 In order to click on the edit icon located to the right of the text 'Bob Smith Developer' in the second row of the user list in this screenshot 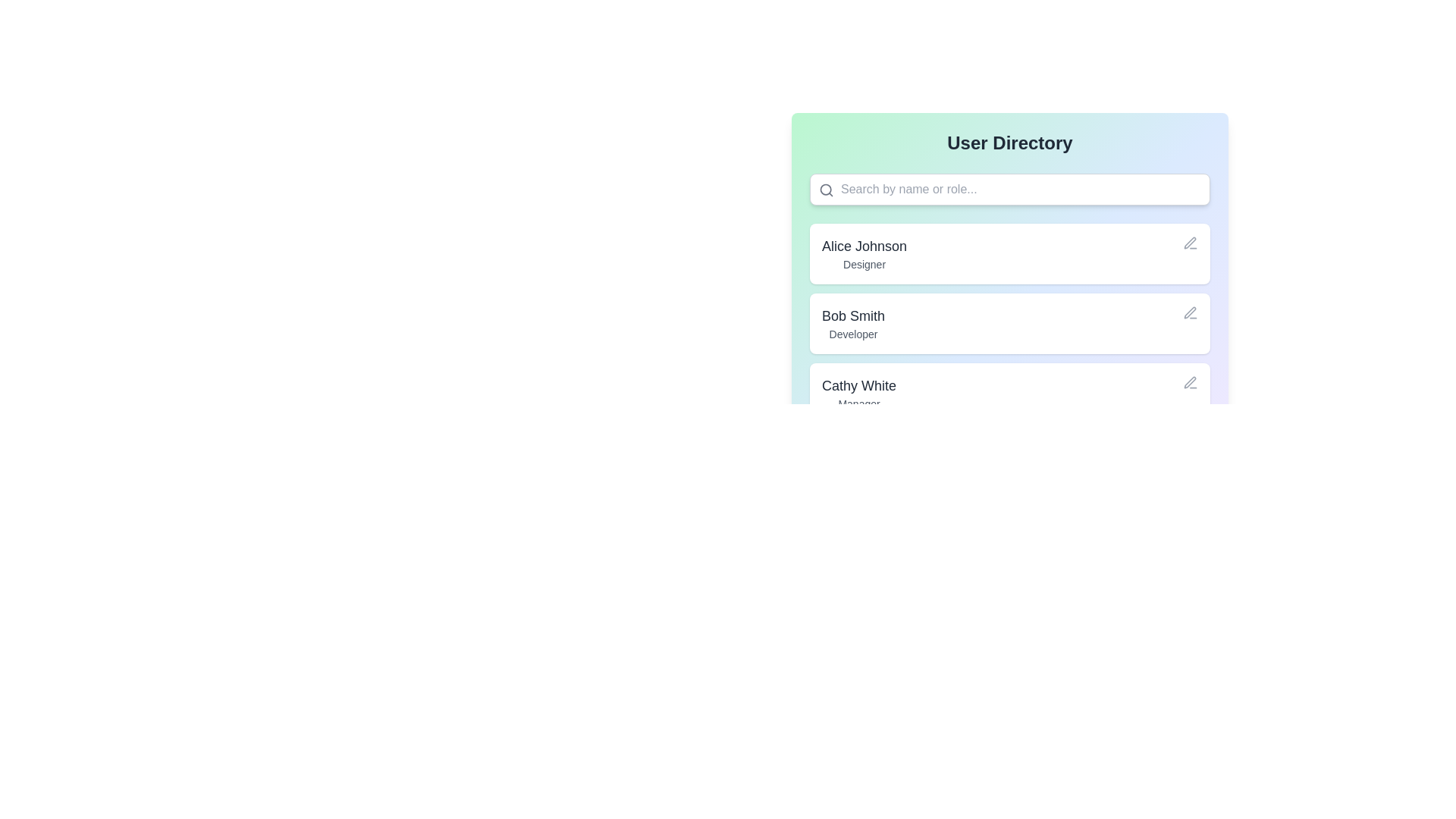, I will do `click(1189, 312)`.